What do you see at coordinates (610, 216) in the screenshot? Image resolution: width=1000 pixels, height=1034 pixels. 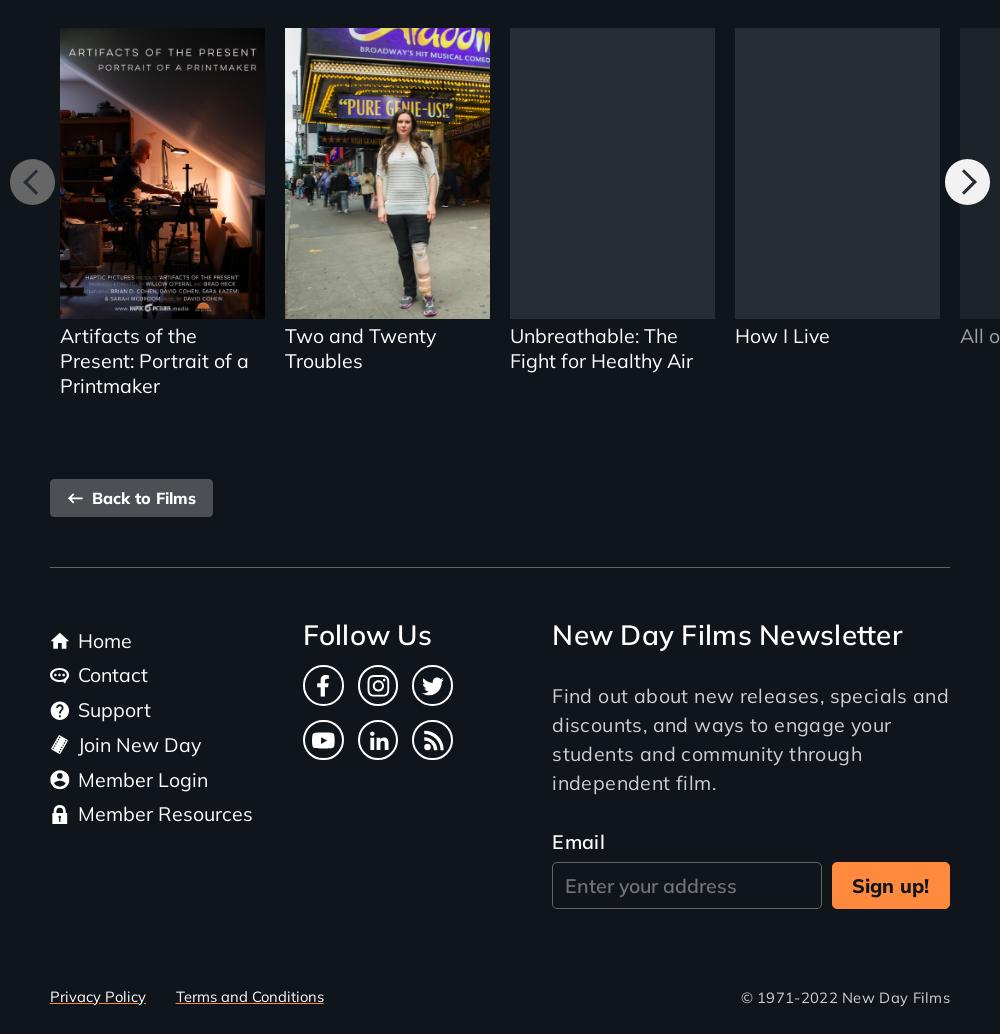 I see `'Unbreathable: The Fight for Healthy Air spotlights the ongoing struggle for clean air in the United States.'` at bounding box center [610, 216].